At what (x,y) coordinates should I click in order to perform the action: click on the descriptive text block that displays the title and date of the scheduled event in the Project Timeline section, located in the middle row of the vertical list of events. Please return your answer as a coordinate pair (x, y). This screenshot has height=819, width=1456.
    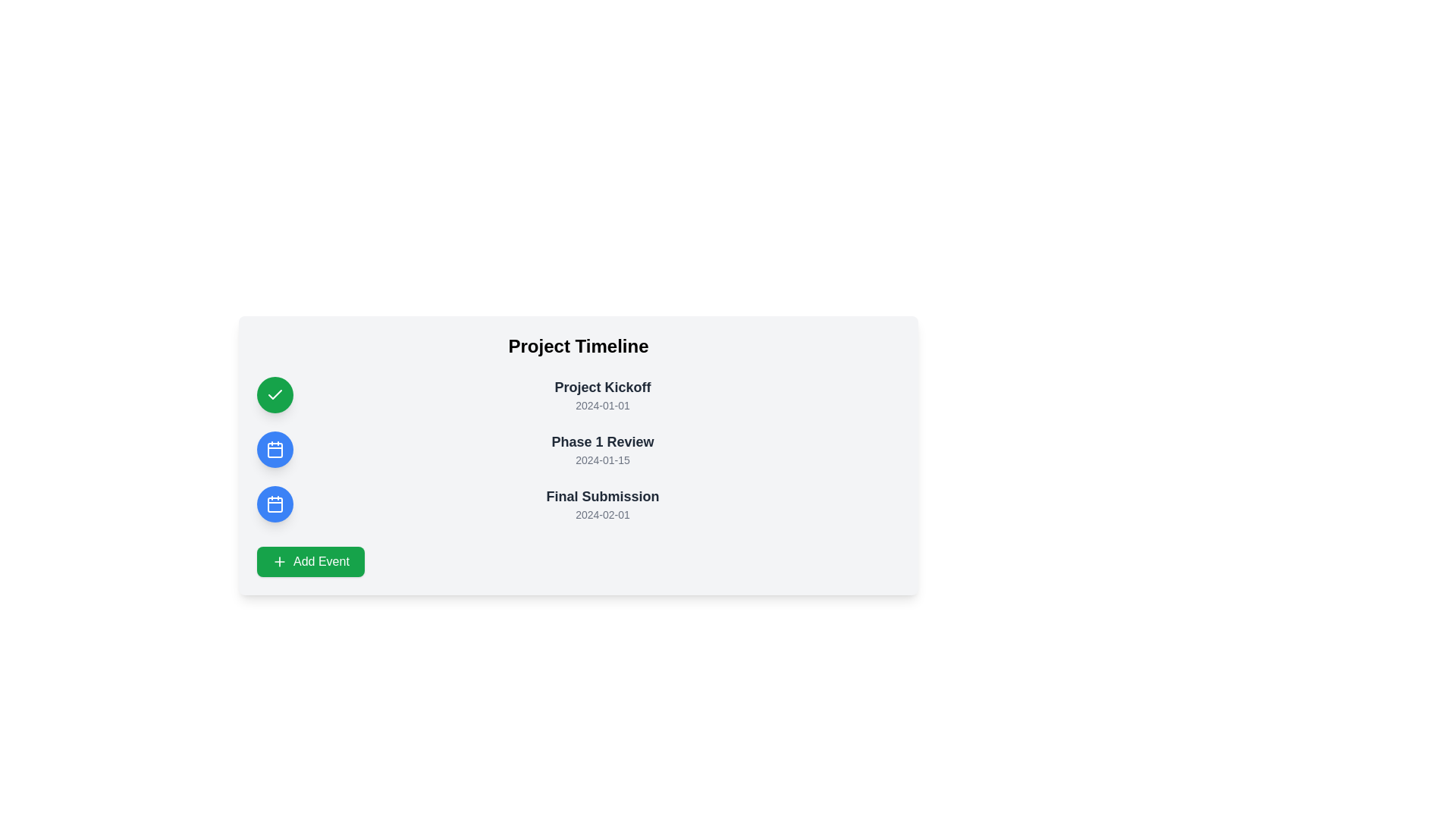
    Looking at the image, I should click on (602, 449).